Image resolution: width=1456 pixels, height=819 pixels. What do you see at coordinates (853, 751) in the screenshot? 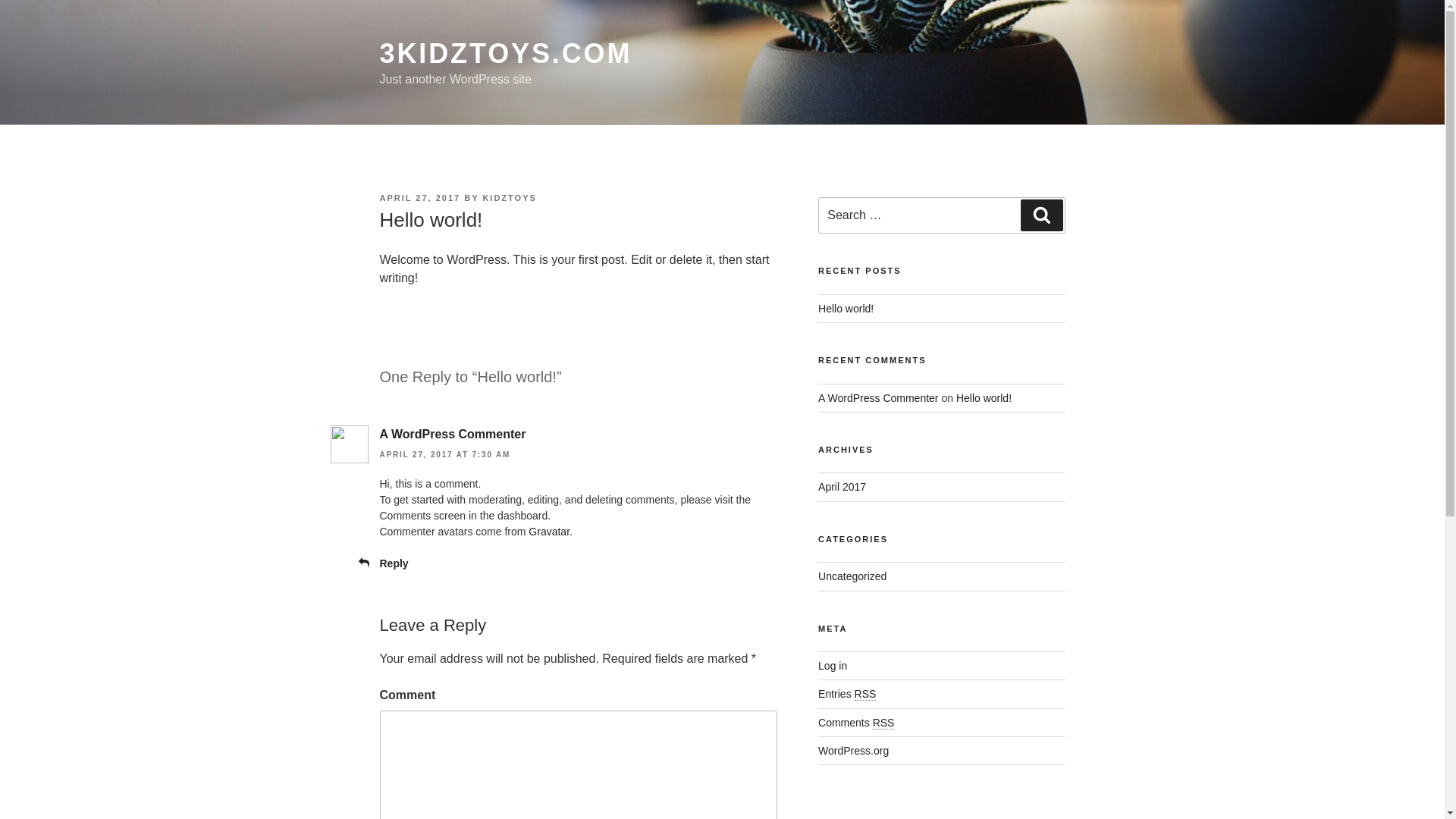
I see `'WordPress.org'` at bounding box center [853, 751].